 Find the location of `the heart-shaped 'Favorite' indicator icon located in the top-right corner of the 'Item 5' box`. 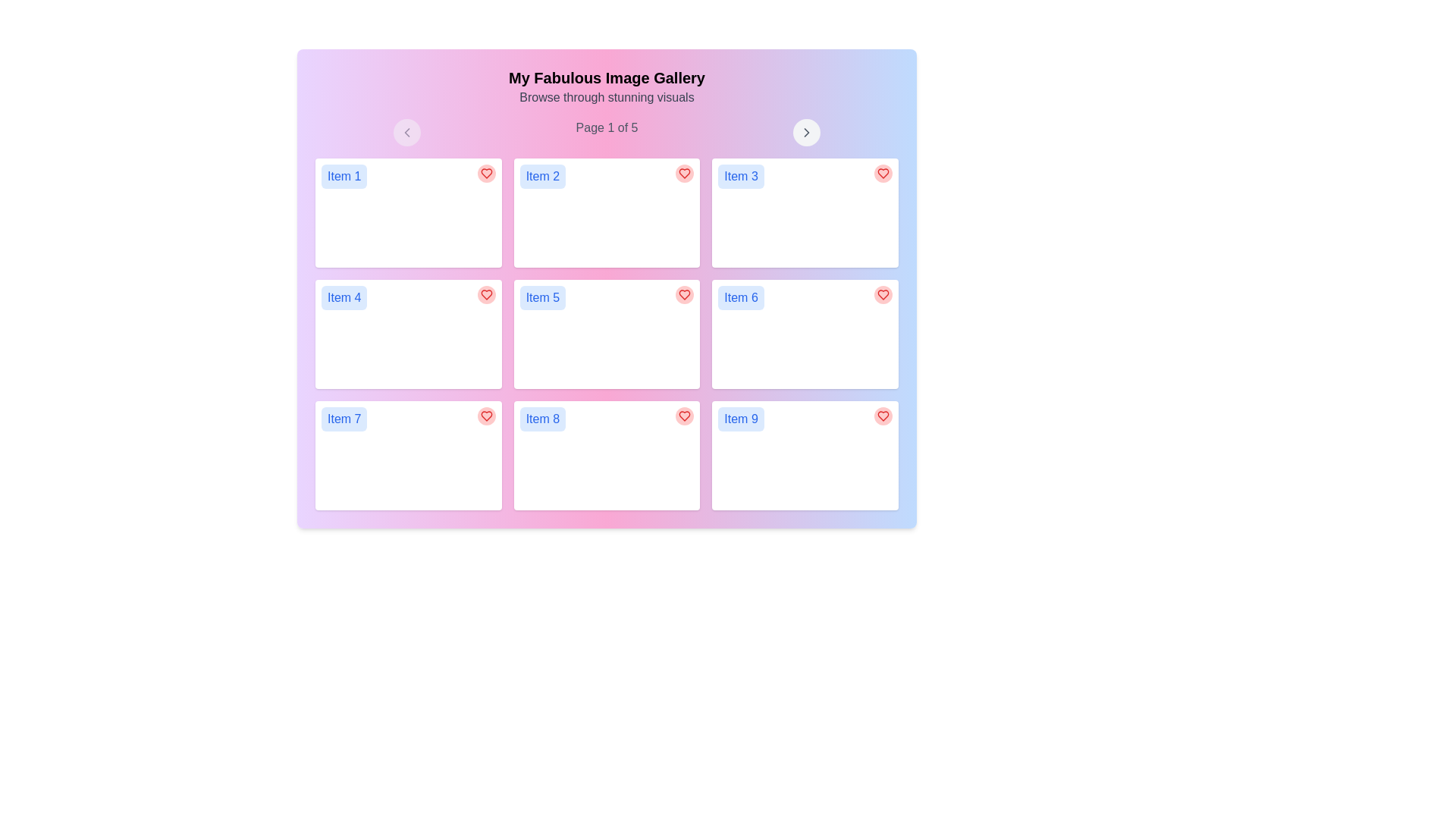

the heart-shaped 'Favorite' indicator icon located in the top-right corner of the 'Item 5' box is located at coordinates (684, 295).